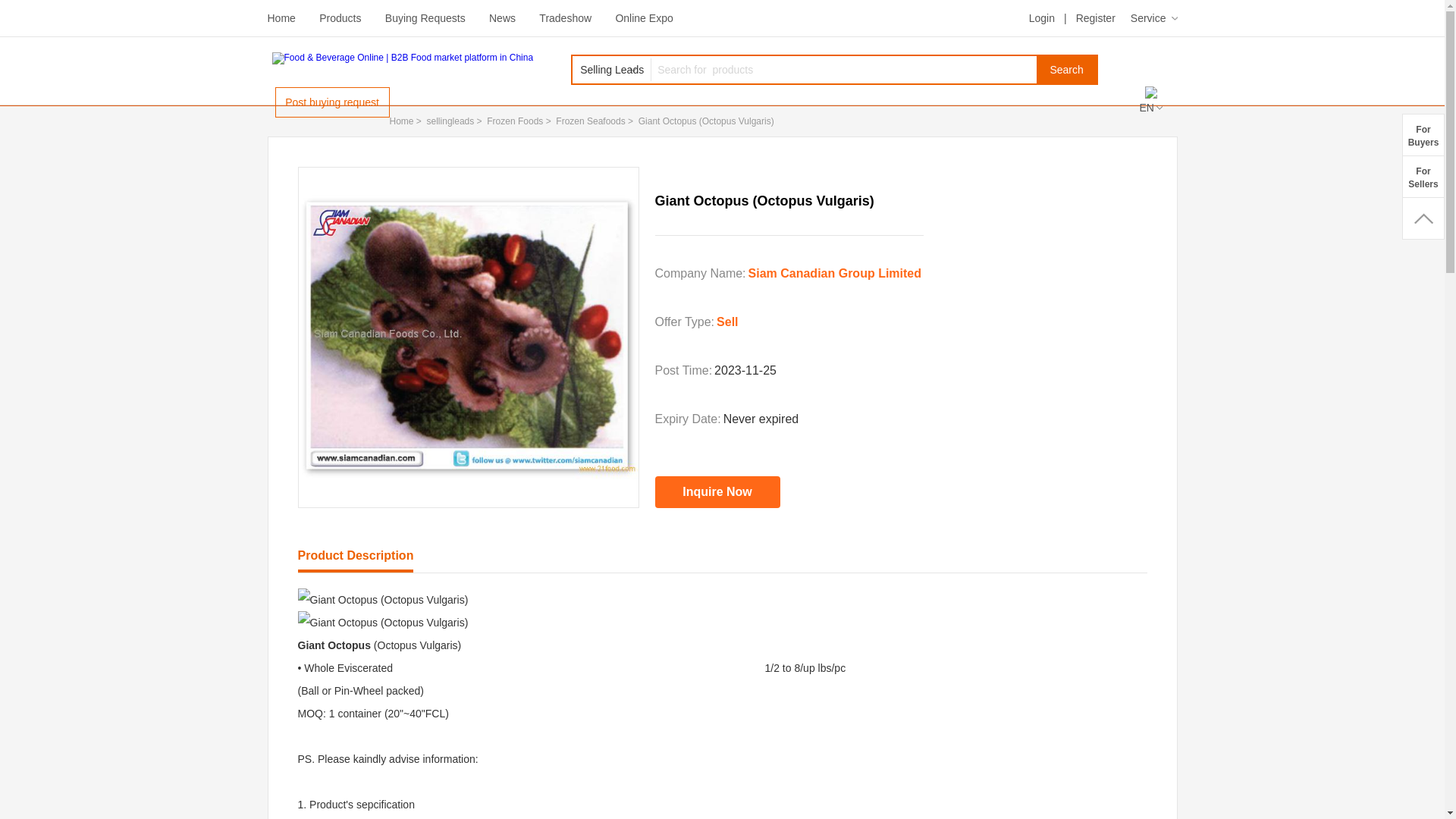 This screenshot has width=1456, height=819. I want to click on 'Search', so click(1065, 70).